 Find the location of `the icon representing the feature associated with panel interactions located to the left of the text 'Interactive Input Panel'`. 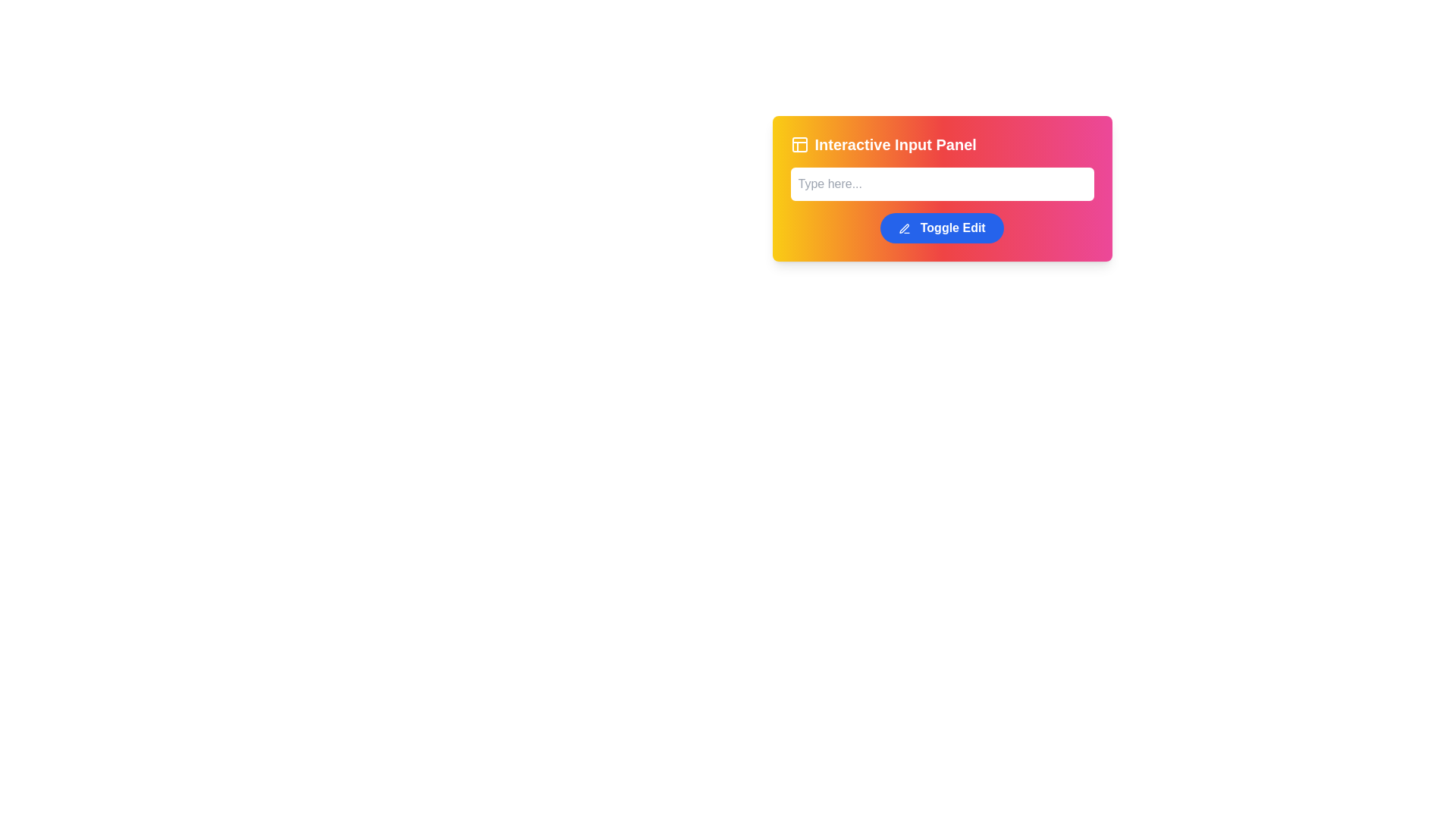

the icon representing the feature associated with panel interactions located to the left of the text 'Interactive Input Panel' is located at coordinates (799, 145).